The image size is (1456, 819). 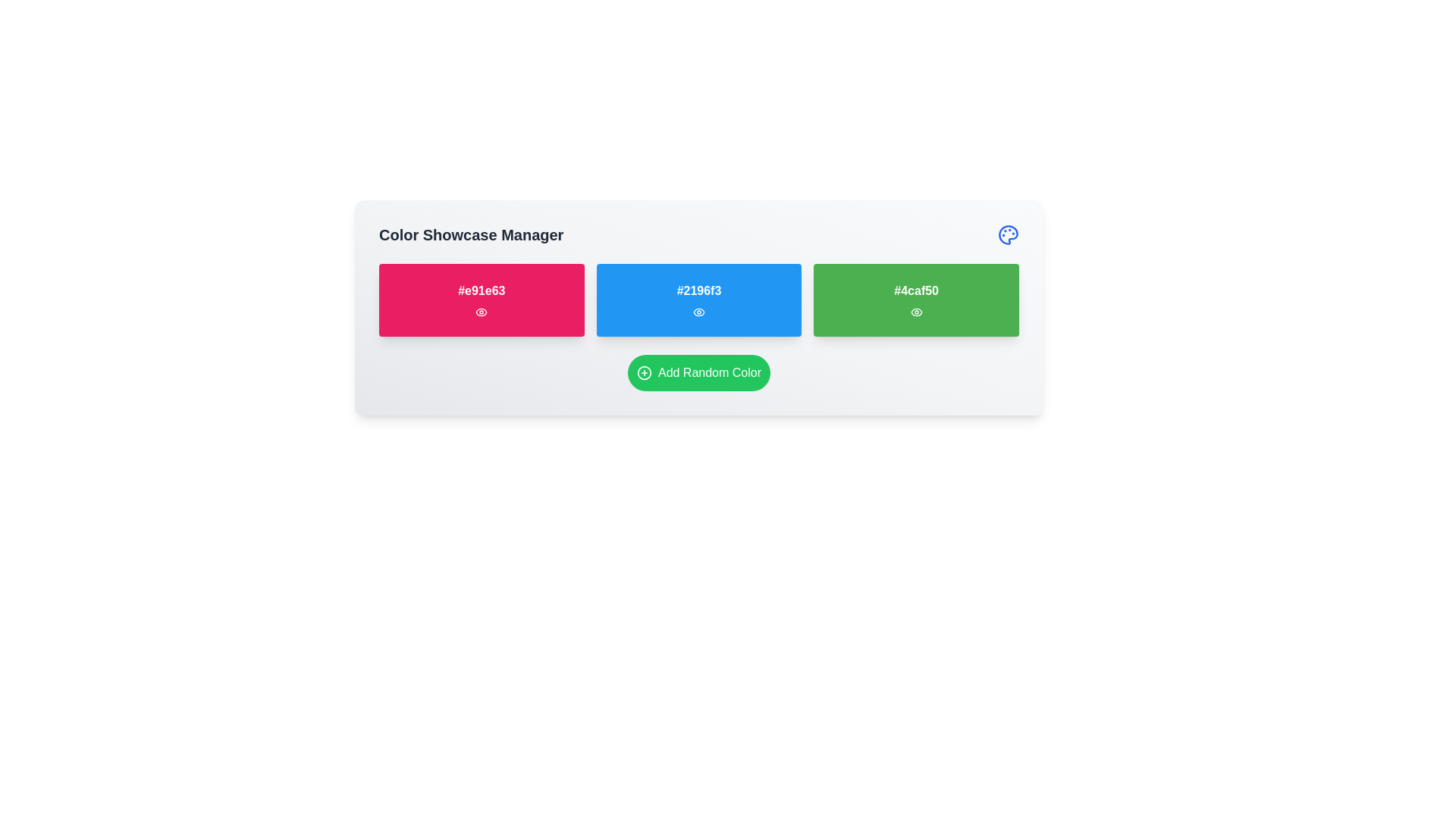 What do you see at coordinates (915, 291) in the screenshot?
I see `the text label displaying the hexadecimal color code for the green card, located at the top-center of the third card in the 'Color Showcase Manager' interface` at bounding box center [915, 291].